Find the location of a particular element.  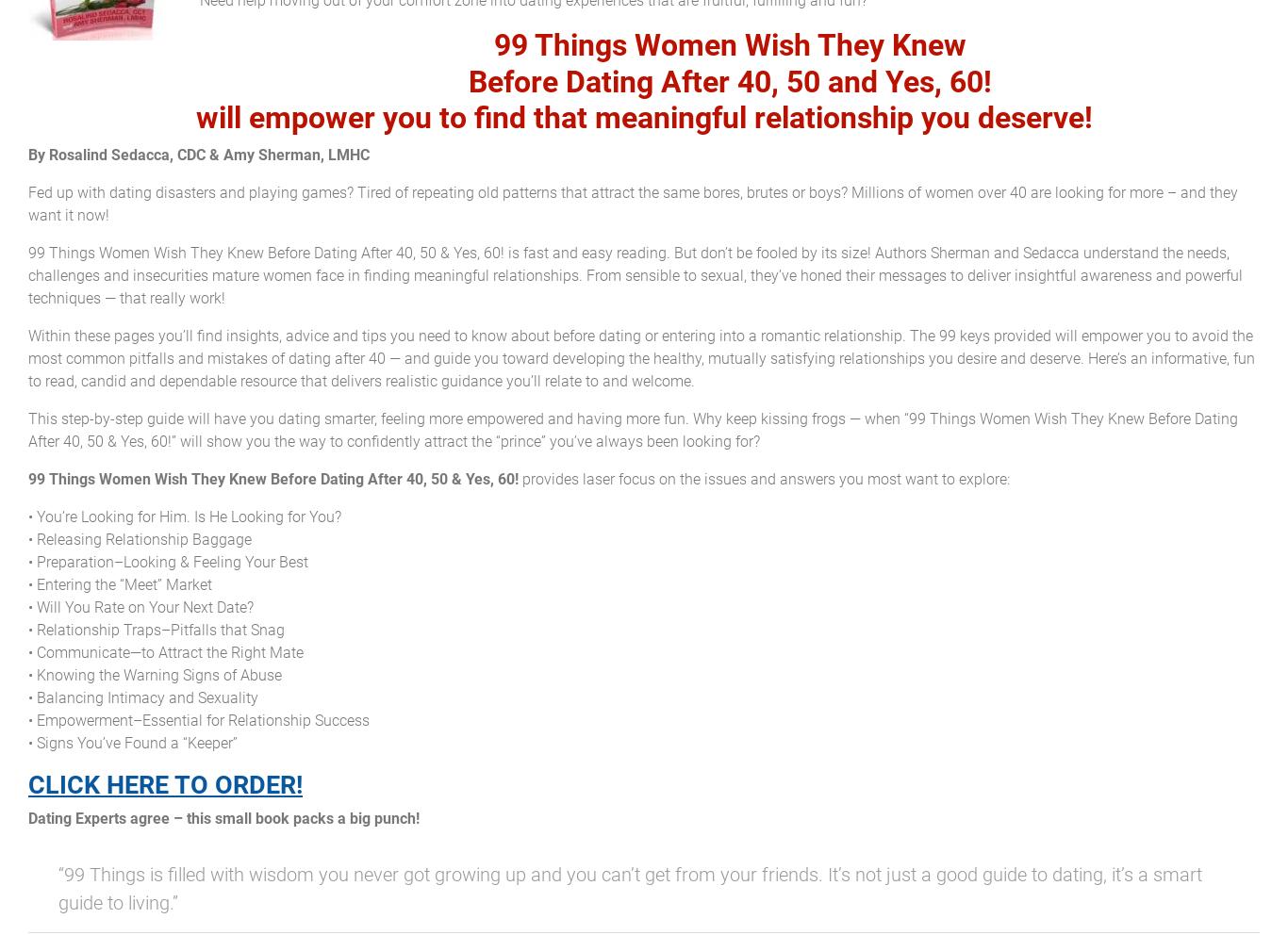

'• Entering the “Meet” Market' is located at coordinates (119, 582).